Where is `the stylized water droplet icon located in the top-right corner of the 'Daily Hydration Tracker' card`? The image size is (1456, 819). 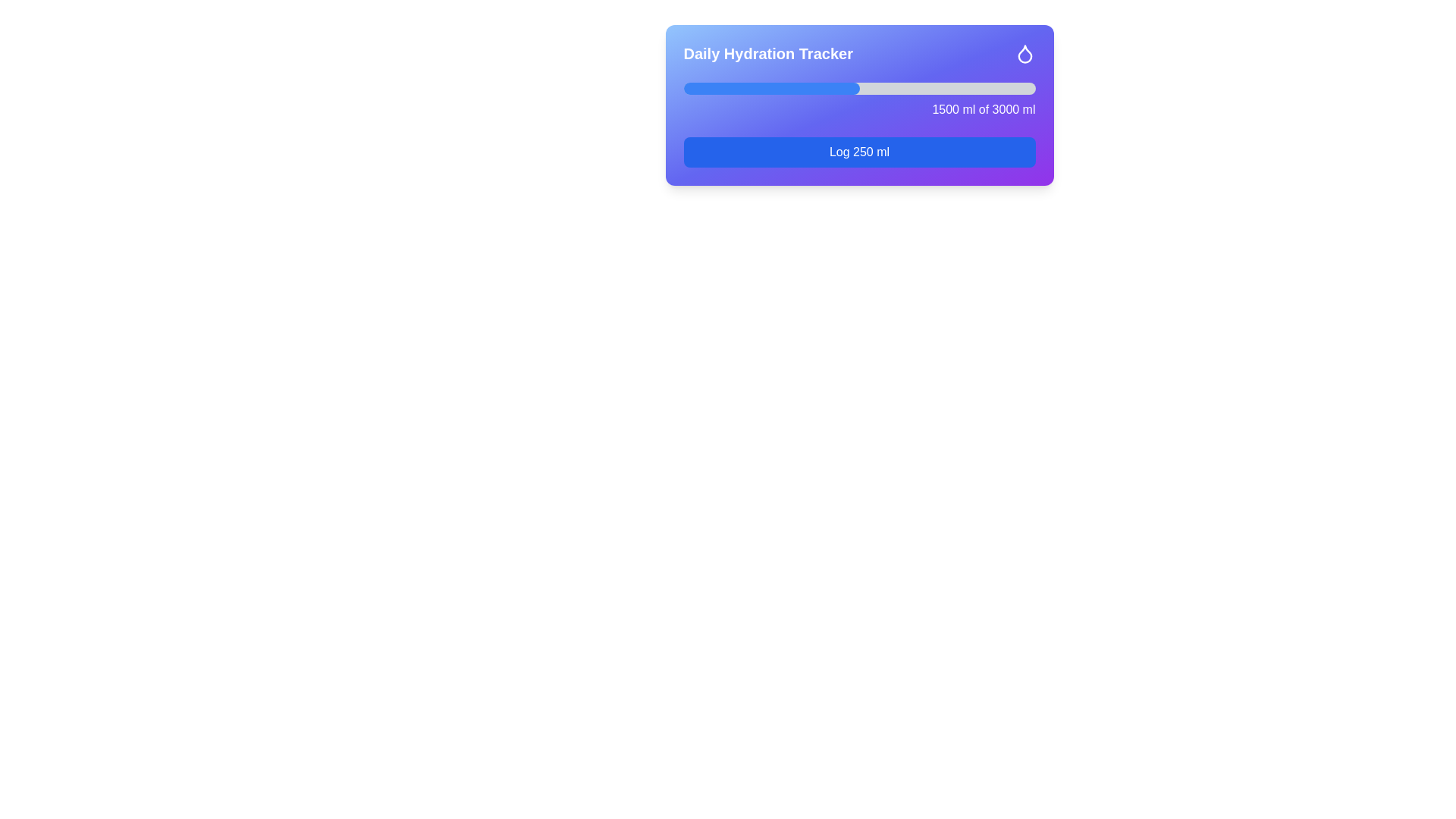 the stylized water droplet icon located in the top-right corner of the 'Daily Hydration Tracker' card is located at coordinates (1025, 53).